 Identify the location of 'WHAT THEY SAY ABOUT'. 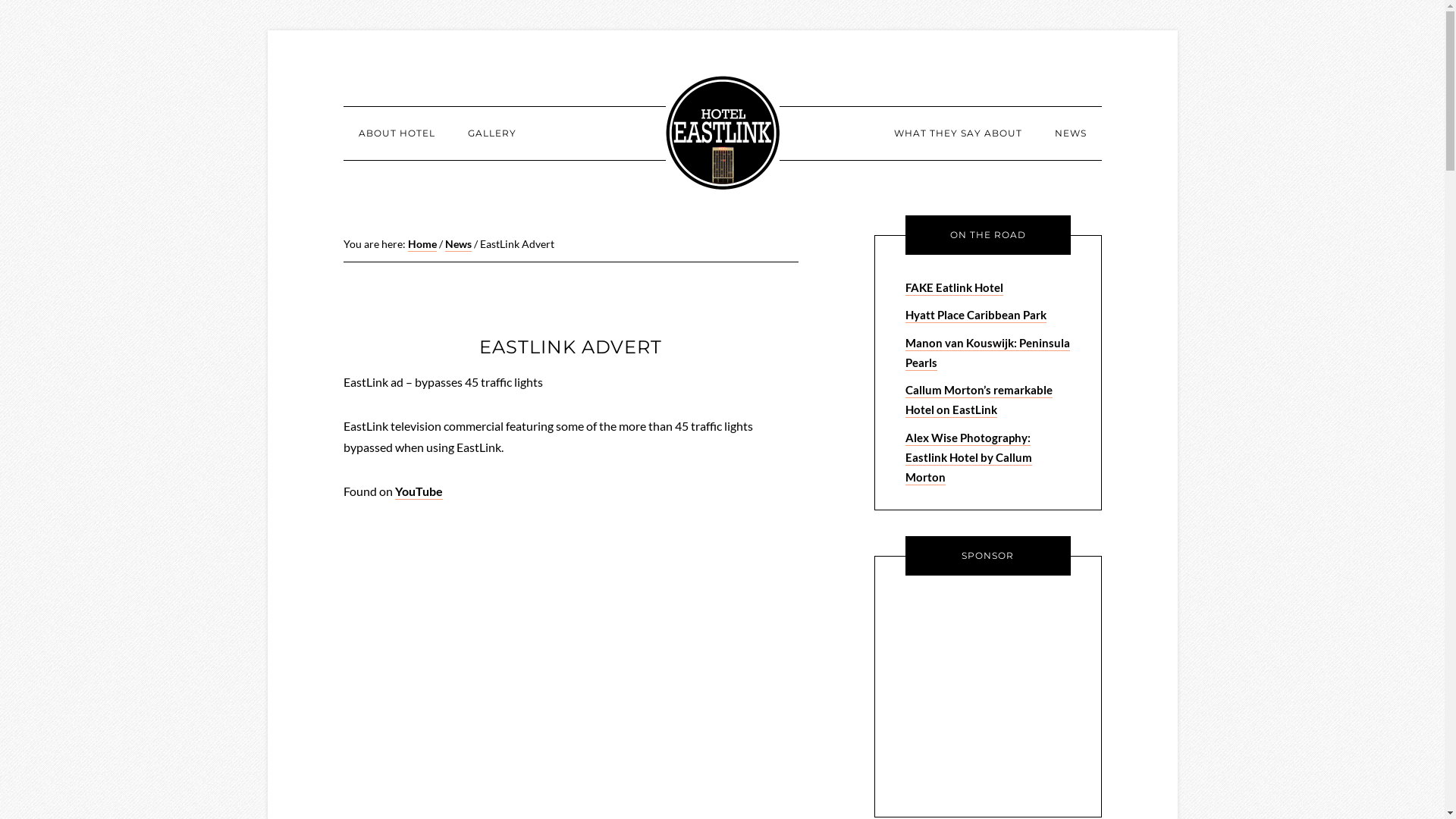
(956, 133).